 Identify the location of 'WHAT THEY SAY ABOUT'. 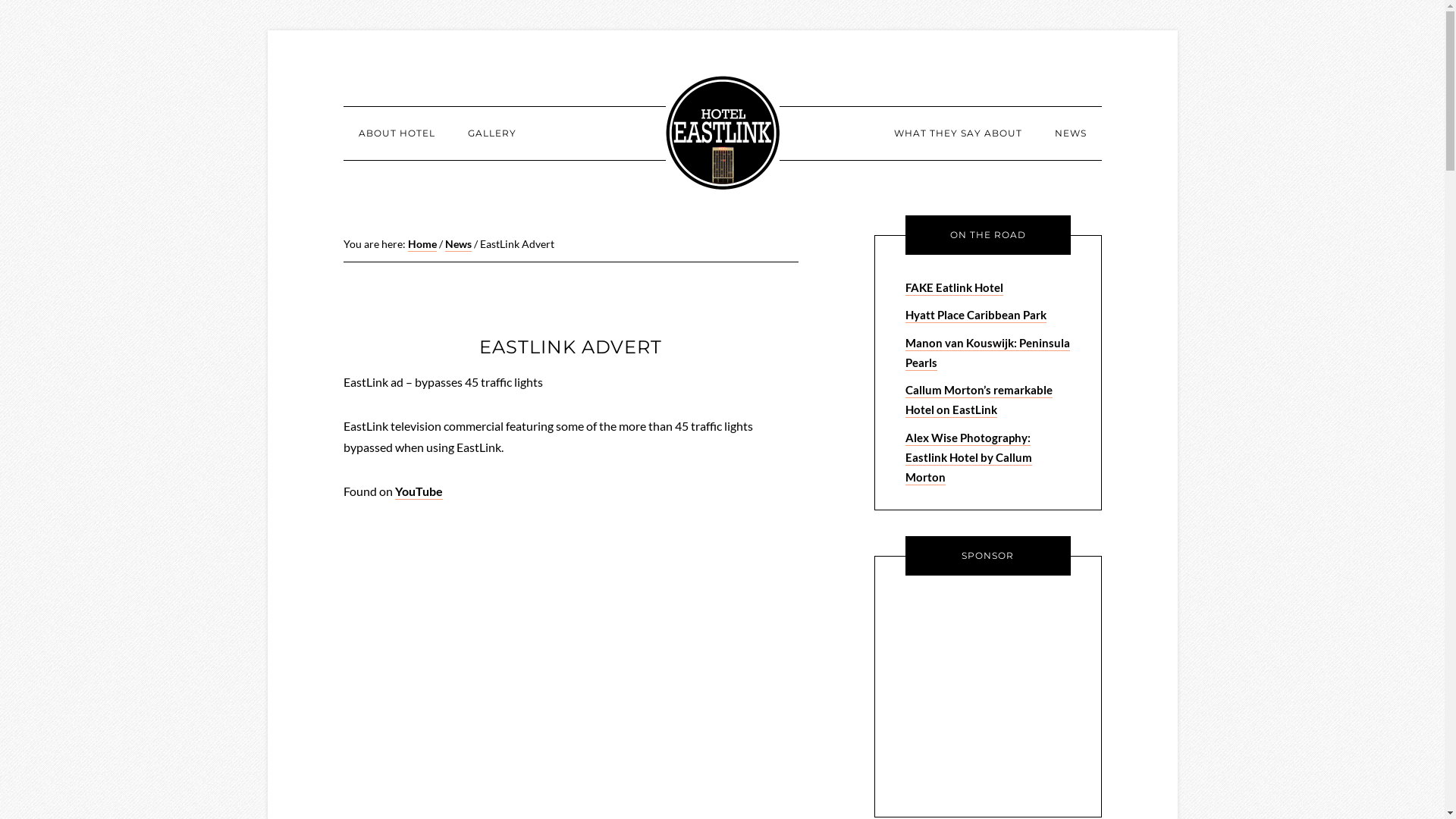
(956, 133).